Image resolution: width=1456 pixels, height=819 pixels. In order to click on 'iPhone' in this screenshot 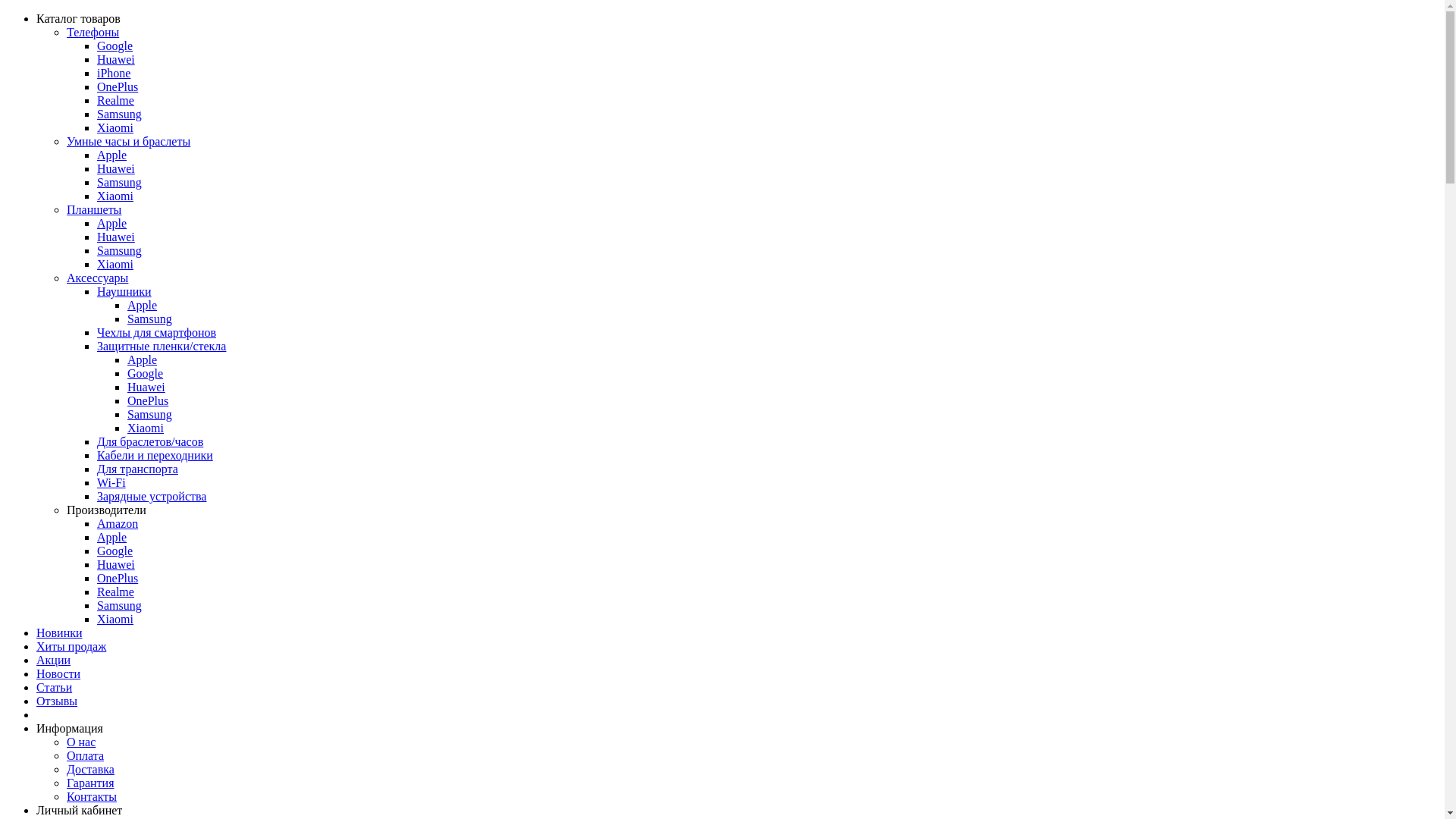, I will do `click(112, 73)`.